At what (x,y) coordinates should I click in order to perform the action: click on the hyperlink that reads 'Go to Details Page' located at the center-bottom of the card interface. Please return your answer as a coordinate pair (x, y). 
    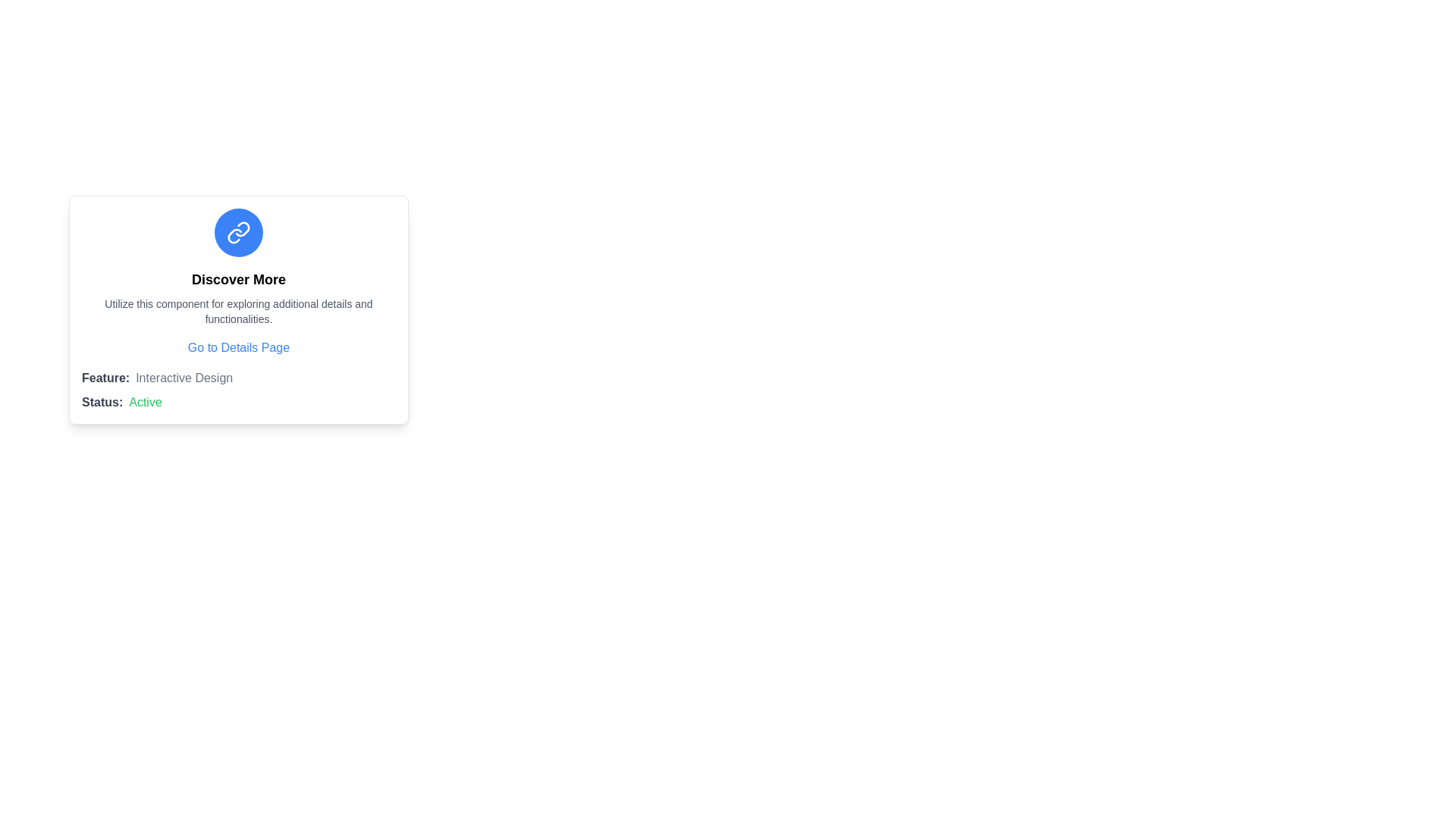
    Looking at the image, I should click on (238, 348).